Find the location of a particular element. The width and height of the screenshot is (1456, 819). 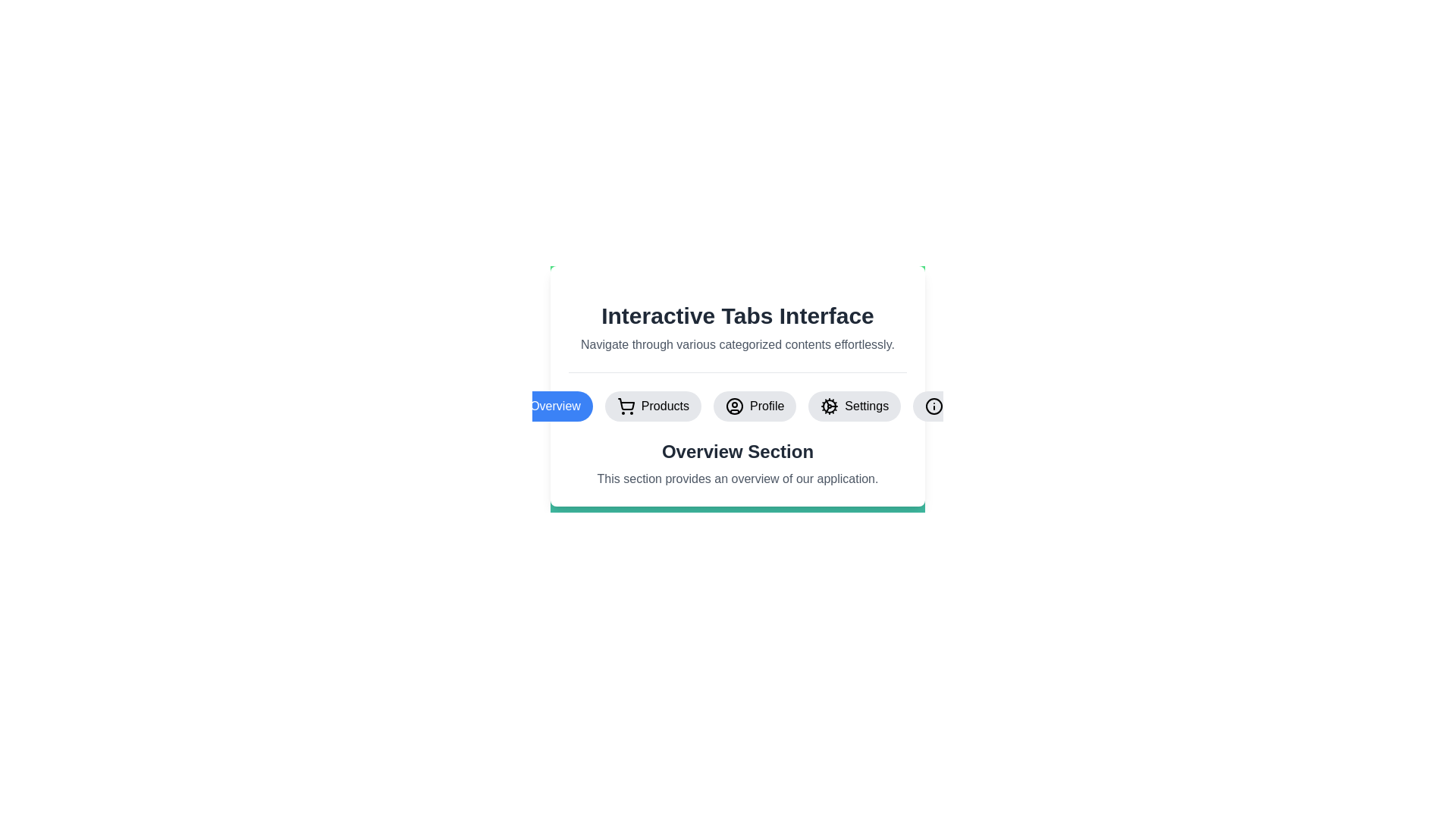

the 'Overview Section' text block element that displays a larger bold title and a smaller gray paragraph below it is located at coordinates (738, 463).